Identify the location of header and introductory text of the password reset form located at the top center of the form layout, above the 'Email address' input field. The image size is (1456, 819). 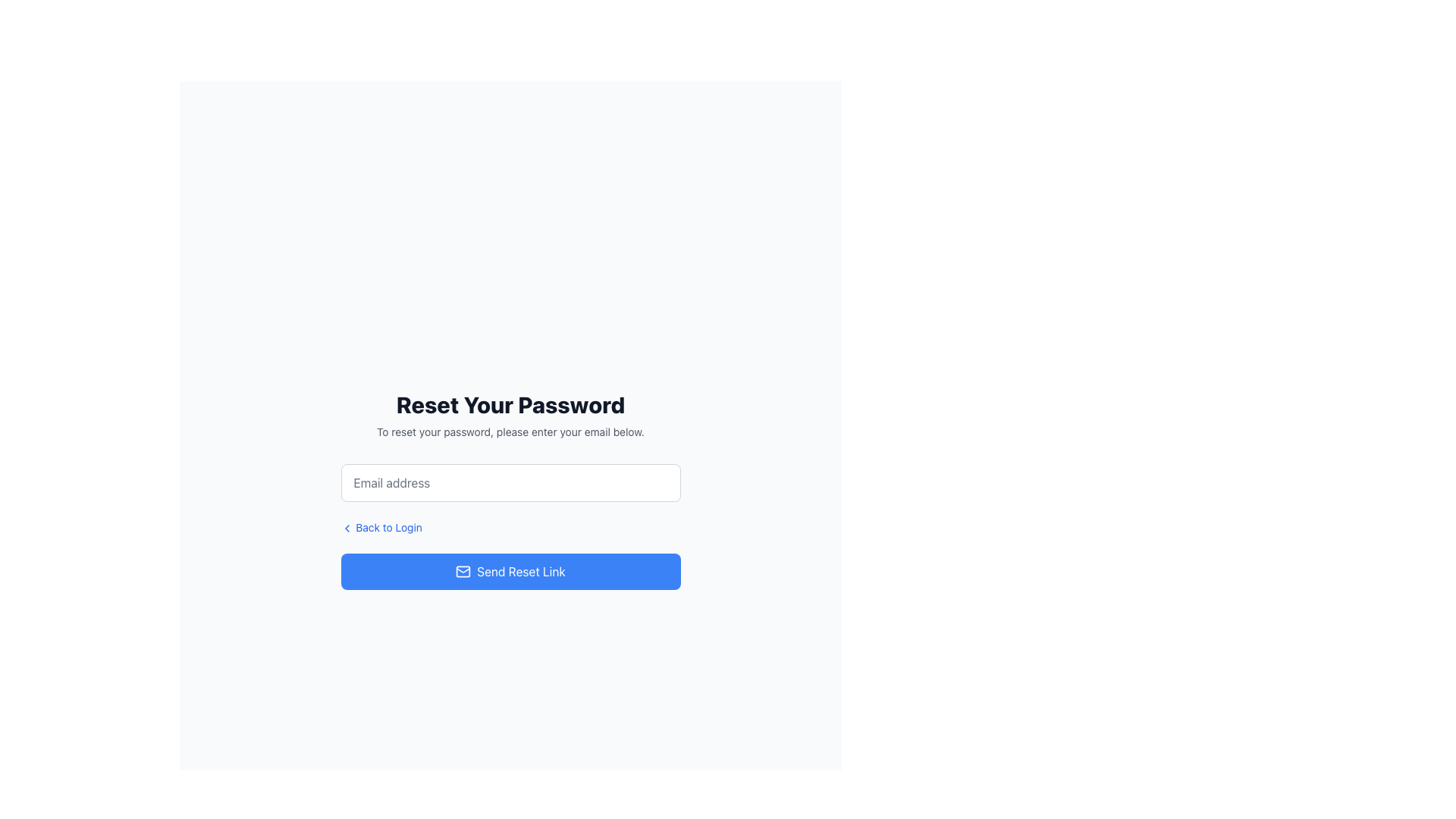
(510, 415).